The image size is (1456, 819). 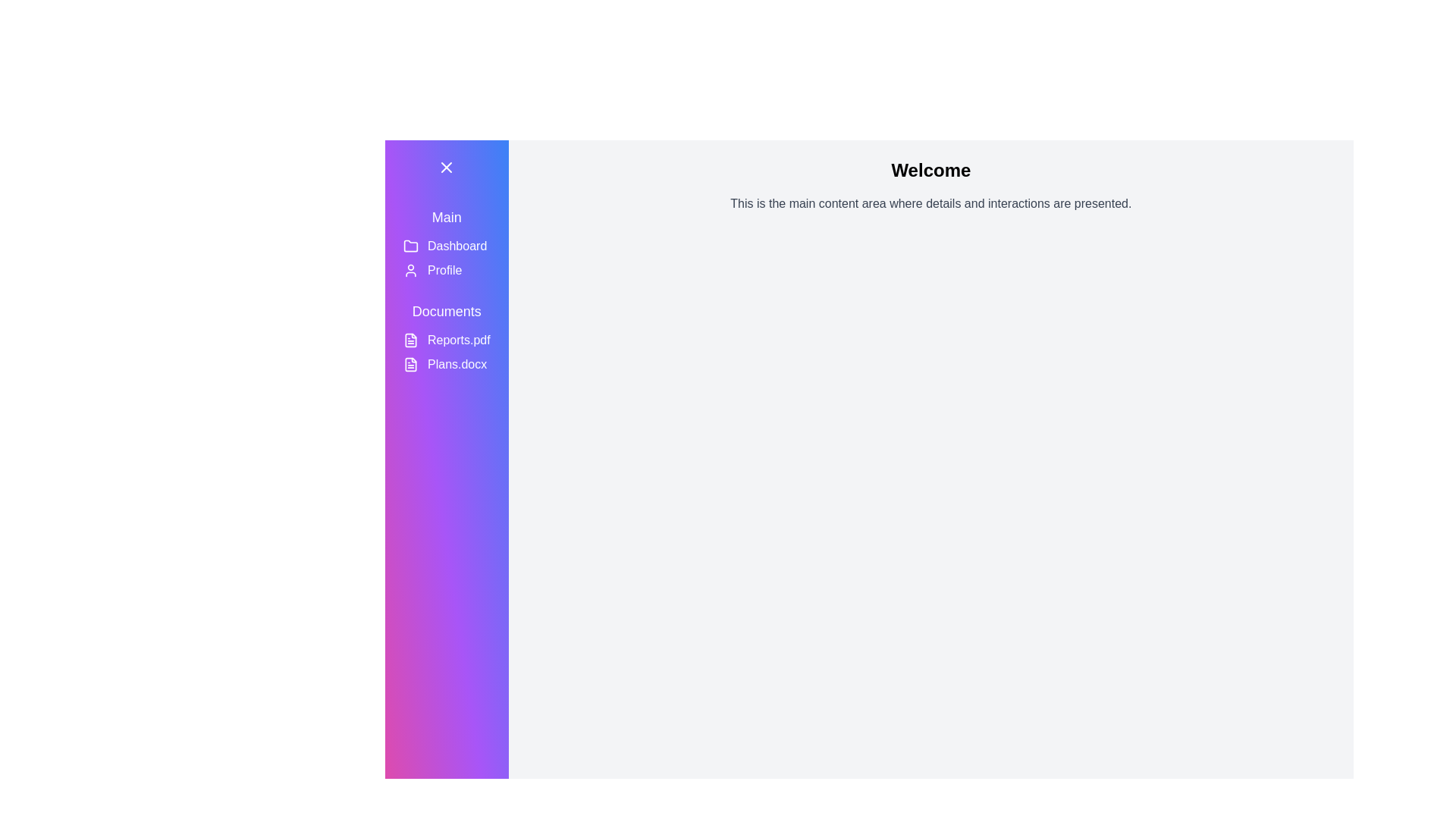 I want to click on the 'Profile' icon located in the vertical navigation bar, positioned to the left of the 'Profile' text label, so click(x=411, y=270).